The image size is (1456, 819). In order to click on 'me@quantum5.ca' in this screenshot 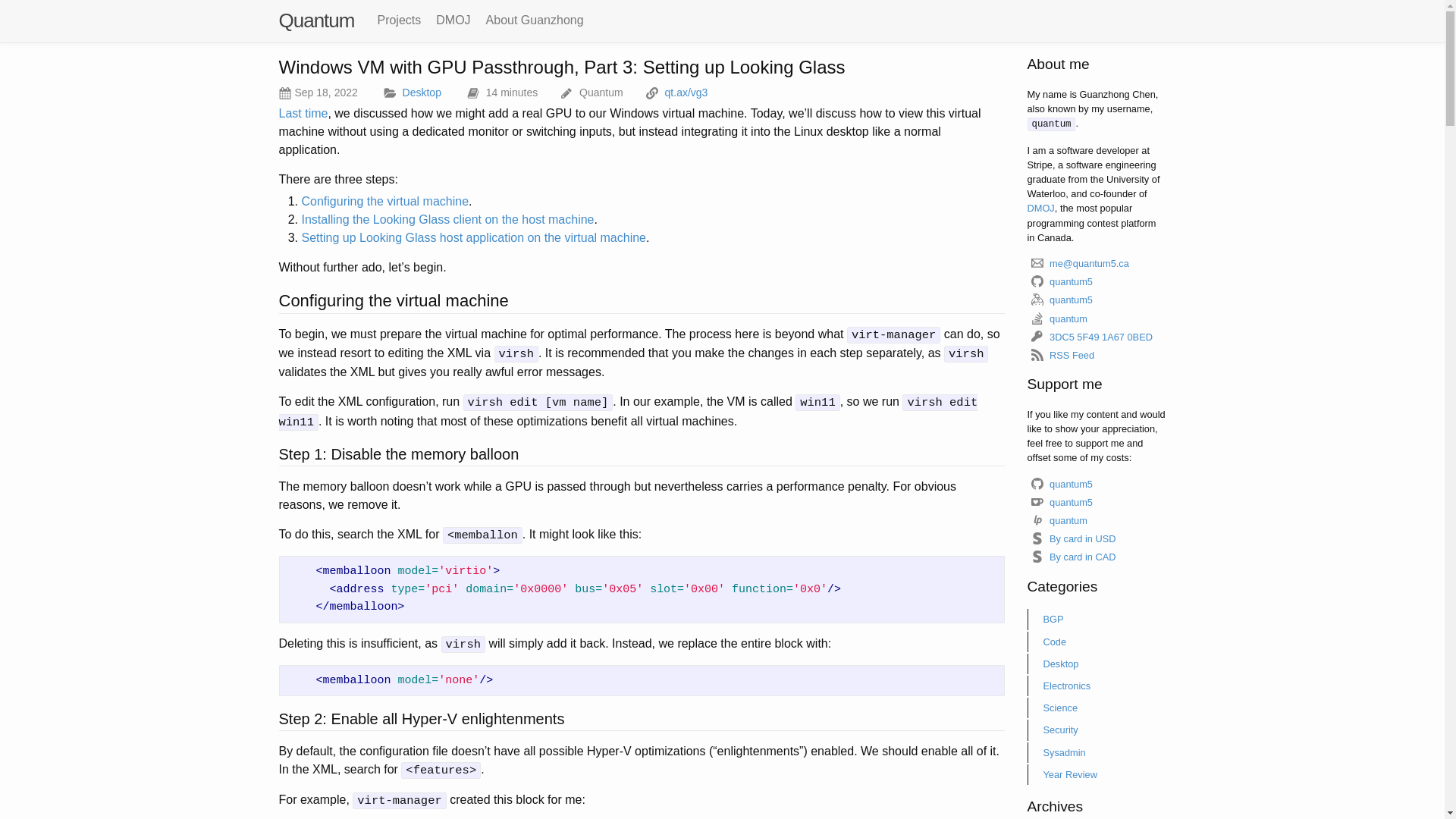, I will do `click(1078, 262)`.